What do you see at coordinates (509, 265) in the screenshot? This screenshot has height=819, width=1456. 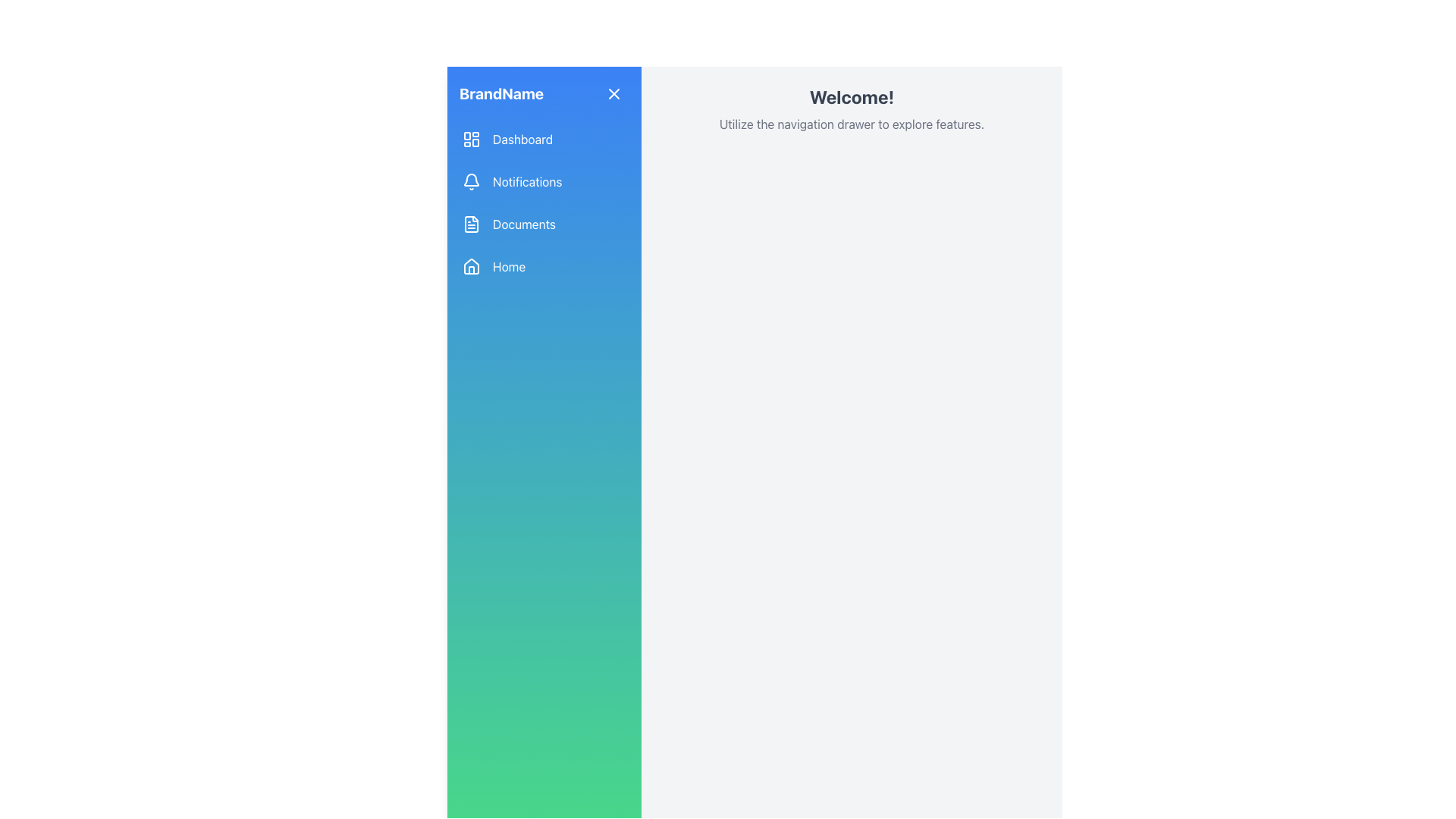 I see `the 'Home' static text label in the navigation menu, which is styled in white on a blue gradient background and is the fourth item in the list` at bounding box center [509, 265].